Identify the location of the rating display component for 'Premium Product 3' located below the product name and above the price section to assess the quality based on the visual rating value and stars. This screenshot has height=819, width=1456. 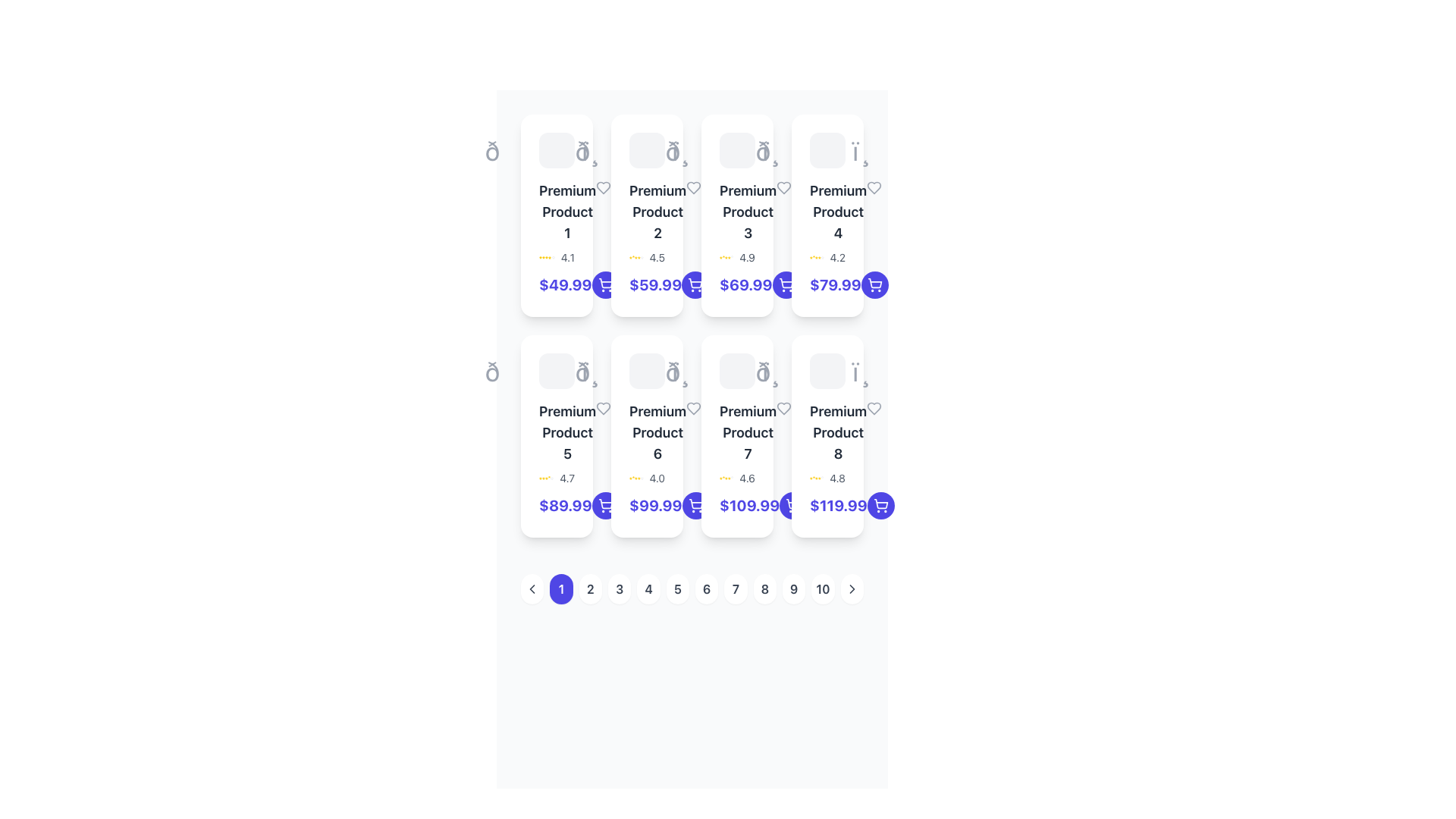
(737, 256).